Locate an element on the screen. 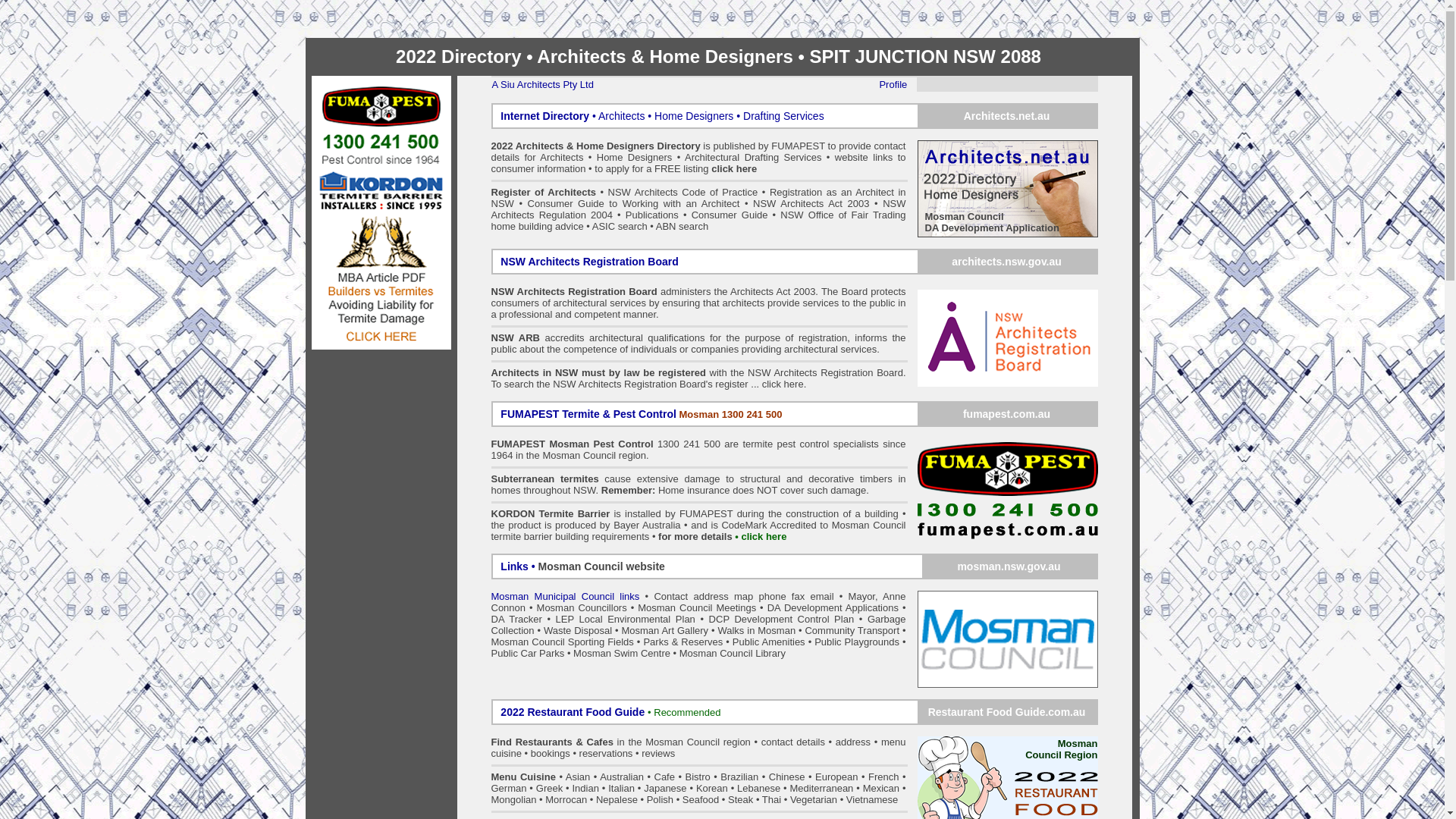  'Public Playgrounds' is located at coordinates (856, 642).